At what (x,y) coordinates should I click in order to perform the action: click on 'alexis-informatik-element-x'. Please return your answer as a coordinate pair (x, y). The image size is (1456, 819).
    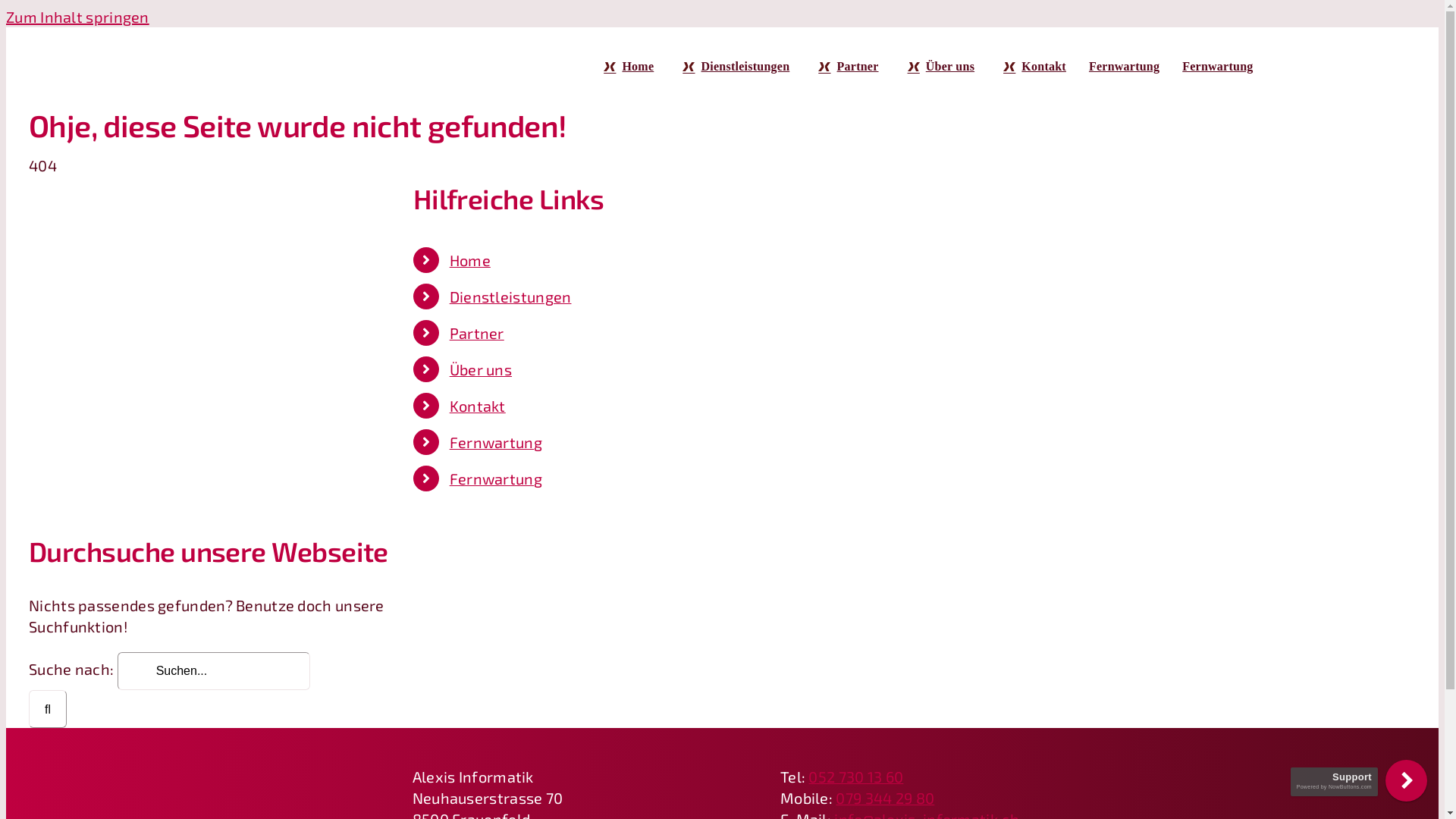
    Looking at the image, I should click on (202, 761).